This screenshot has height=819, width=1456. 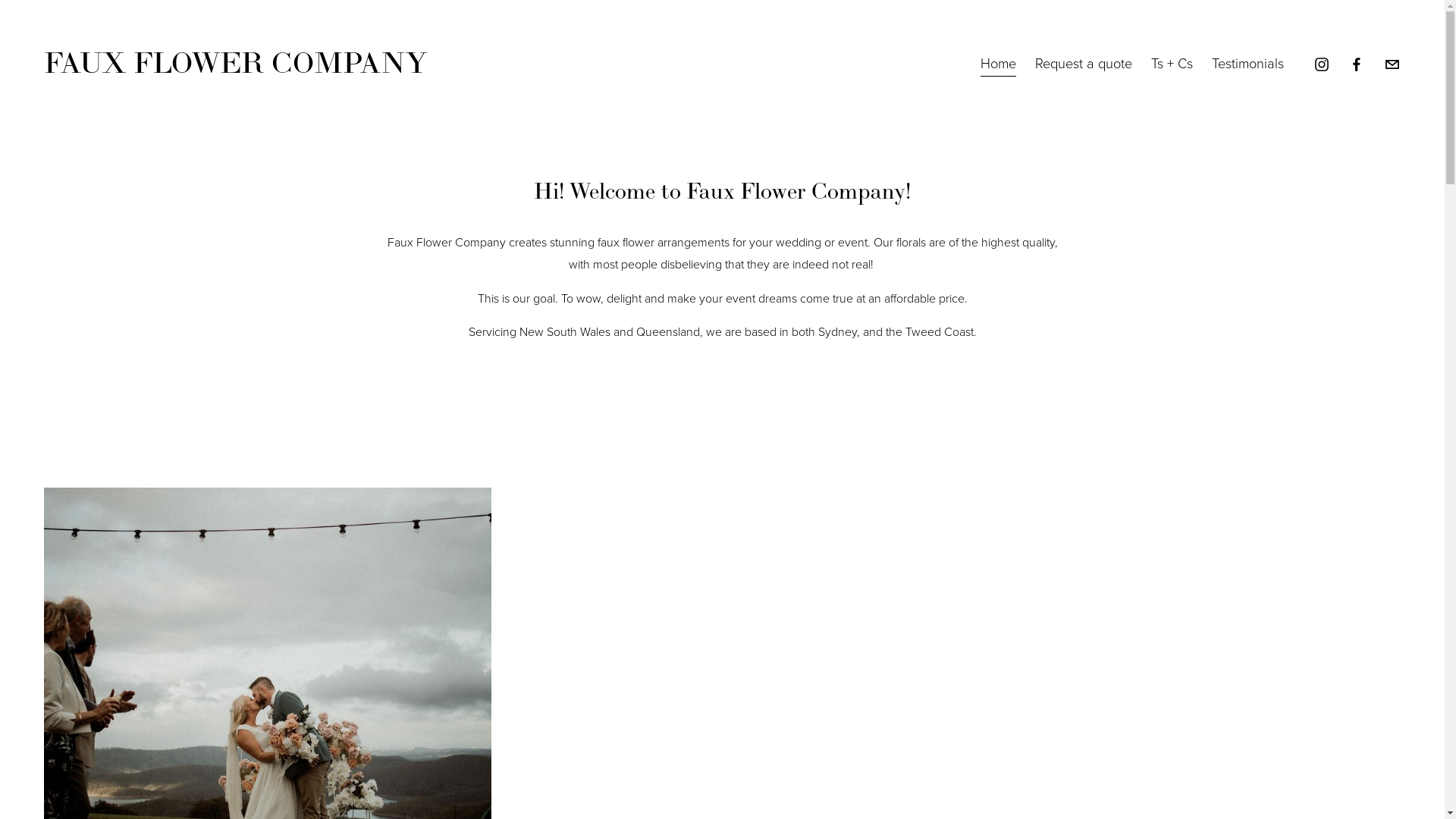 What do you see at coordinates (1150, 64) in the screenshot?
I see `'Ts + Cs'` at bounding box center [1150, 64].